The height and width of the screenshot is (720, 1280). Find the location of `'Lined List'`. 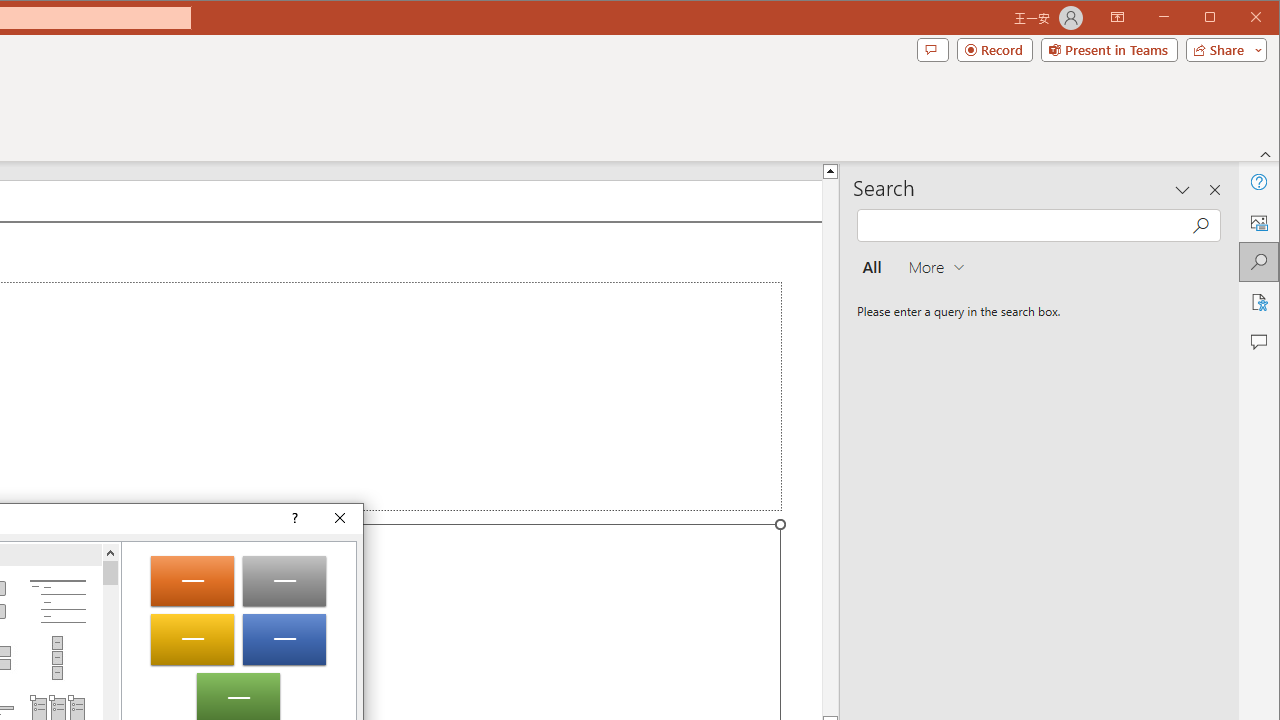

'Lined List' is located at coordinates (57, 600).